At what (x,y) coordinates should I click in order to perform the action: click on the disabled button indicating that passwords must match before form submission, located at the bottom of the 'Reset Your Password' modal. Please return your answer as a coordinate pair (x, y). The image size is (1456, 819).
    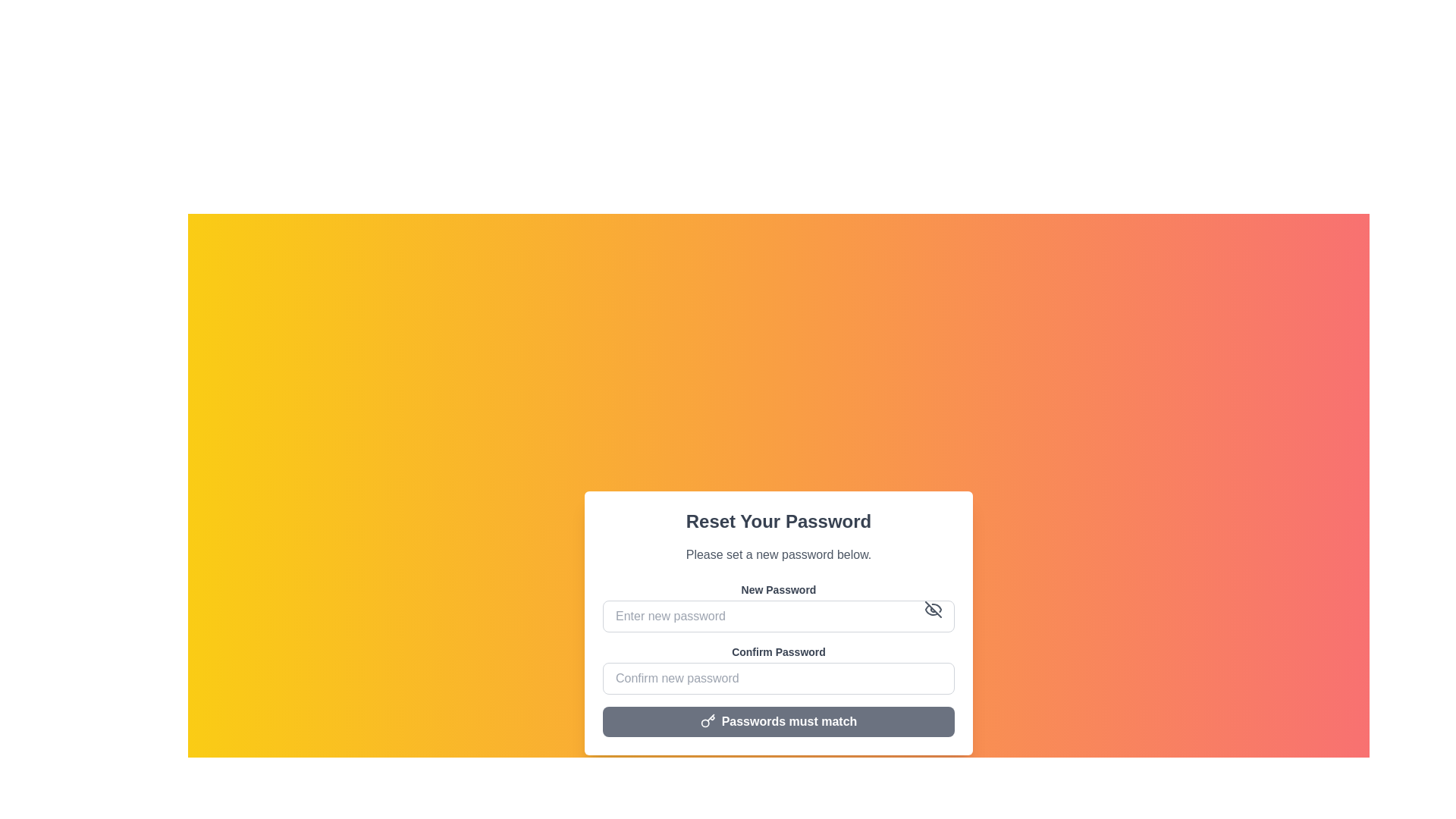
    Looking at the image, I should click on (779, 721).